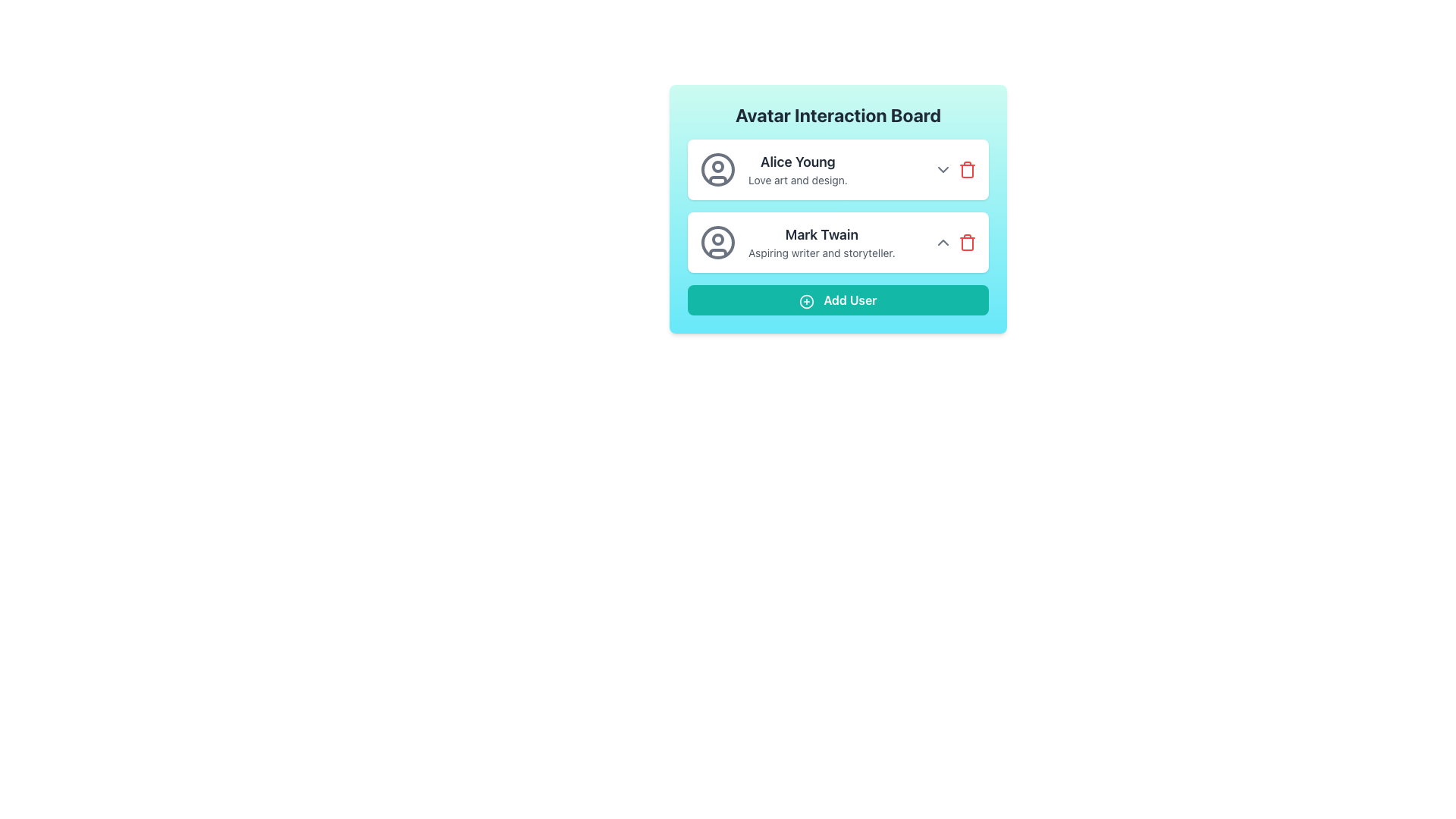 Image resolution: width=1456 pixels, height=819 pixels. I want to click on the upward-pointing chevron icon button located in the top-right corner of the 'Mark Twain' user profile card, so click(942, 242).